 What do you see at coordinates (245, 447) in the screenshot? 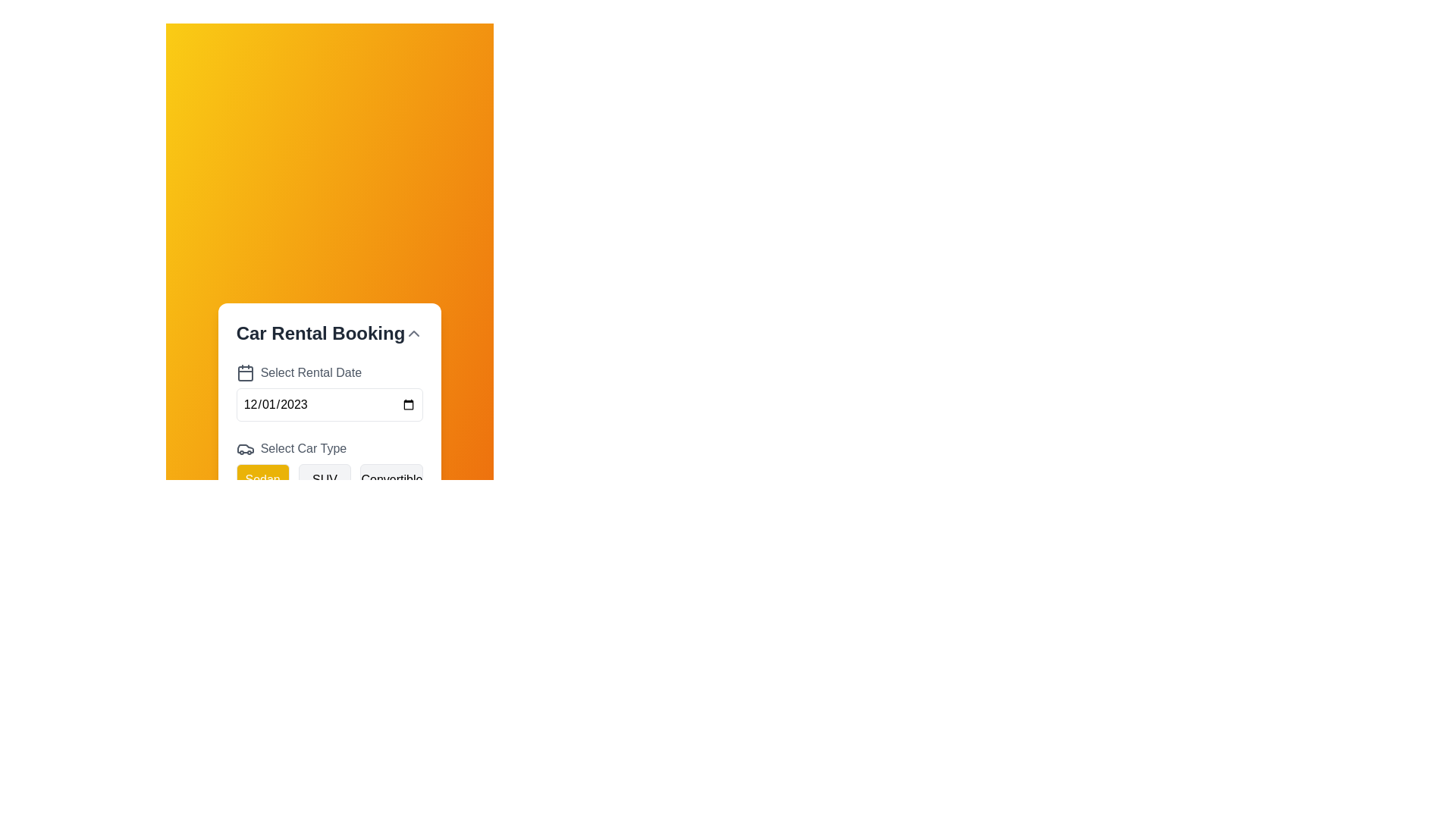
I see `the car icon` at bounding box center [245, 447].